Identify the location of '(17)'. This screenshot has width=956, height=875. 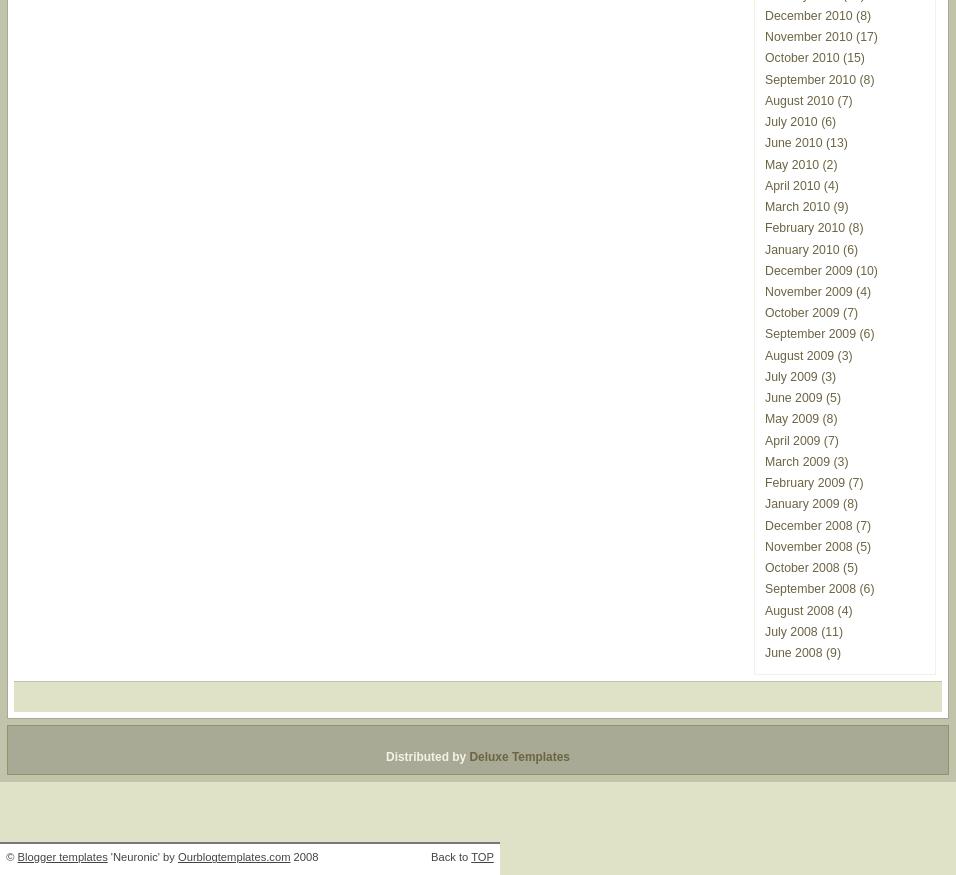
(864, 36).